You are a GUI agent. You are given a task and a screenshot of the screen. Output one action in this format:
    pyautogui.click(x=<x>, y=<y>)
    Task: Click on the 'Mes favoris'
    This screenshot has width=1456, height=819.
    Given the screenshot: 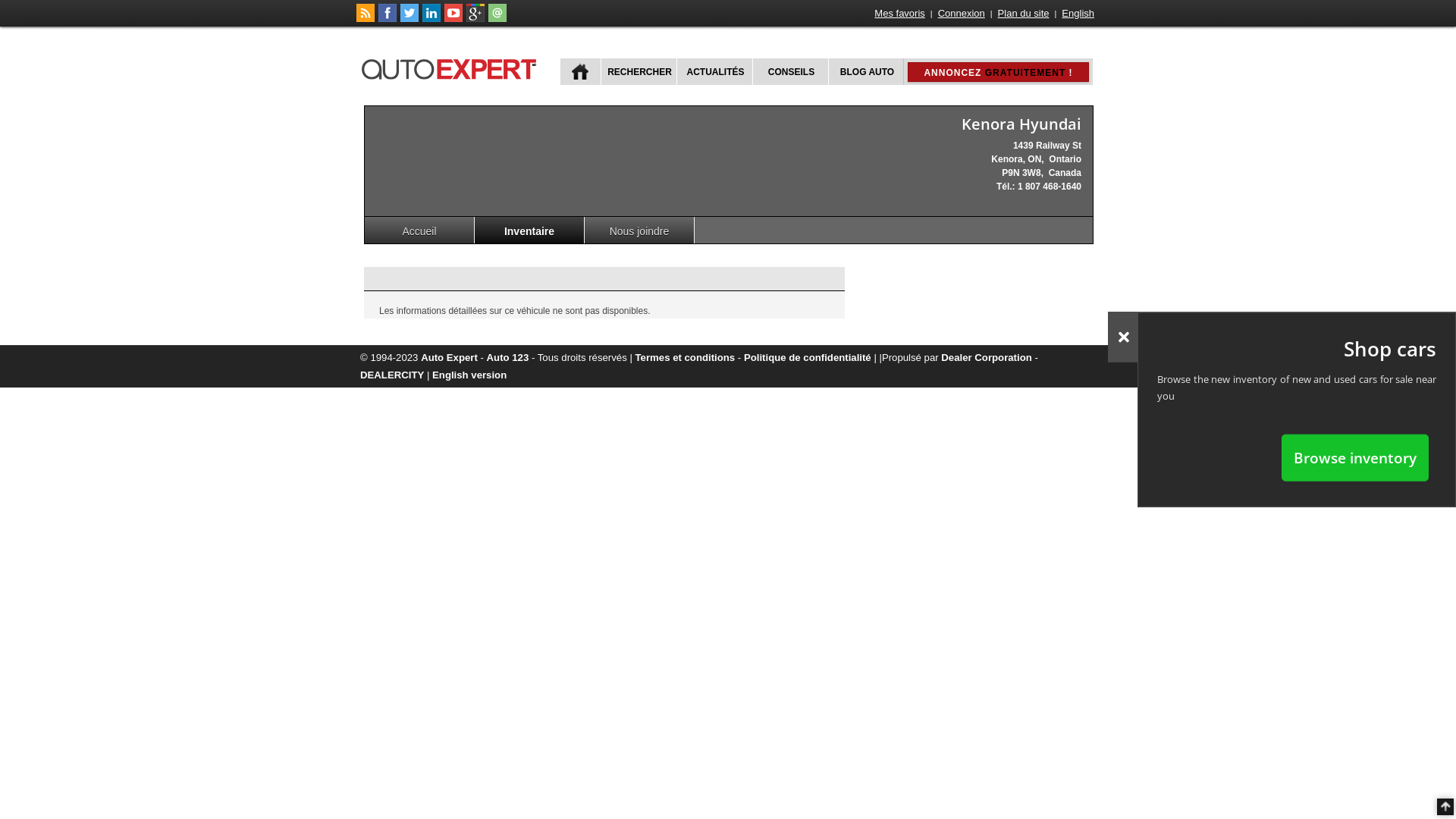 What is the action you would take?
    pyautogui.click(x=873, y=13)
    